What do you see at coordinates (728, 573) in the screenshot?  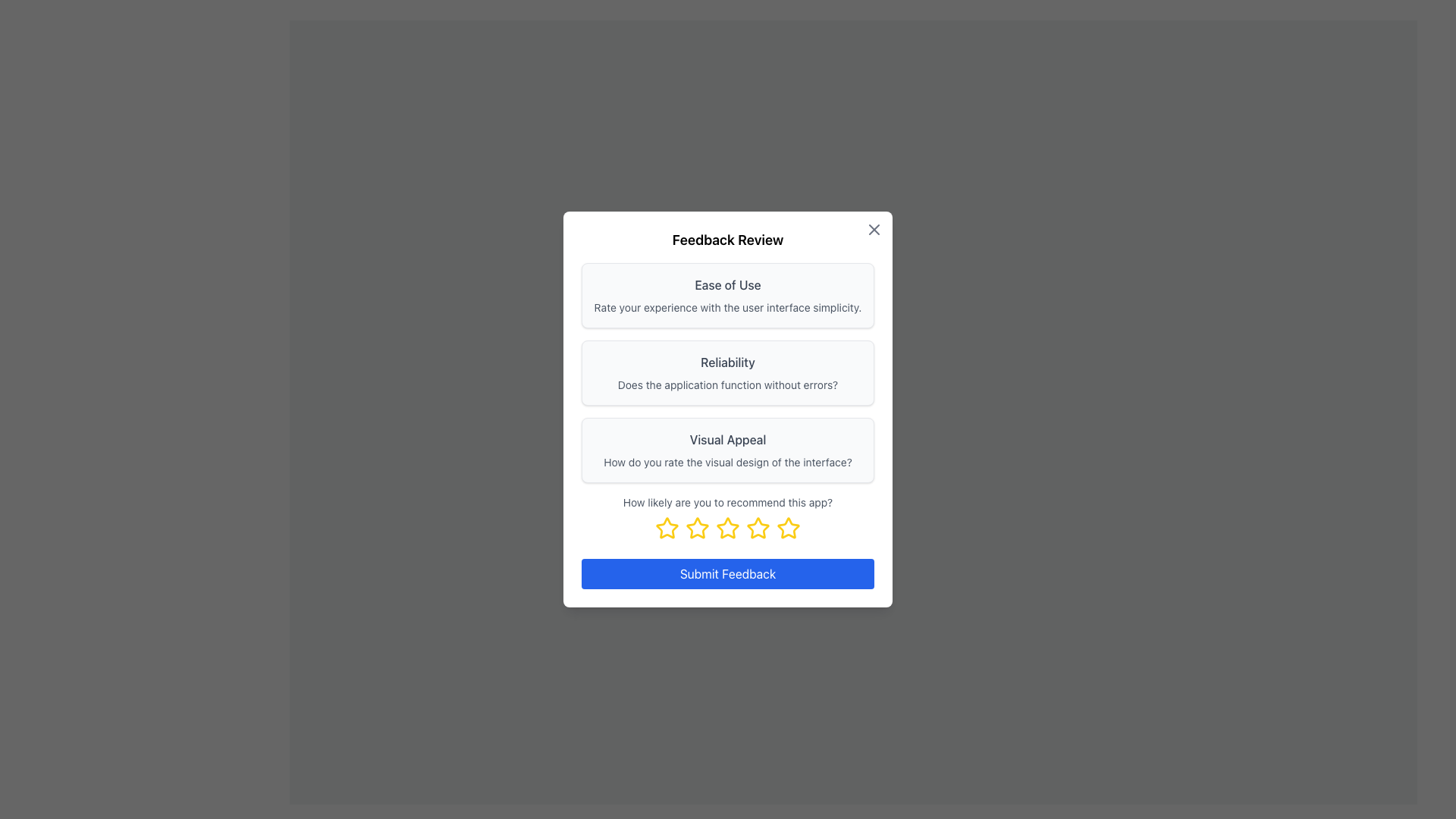 I see `the blue 'Submit Feedback' button at the bottom of the feedback form modal to change its background color` at bounding box center [728, 573].